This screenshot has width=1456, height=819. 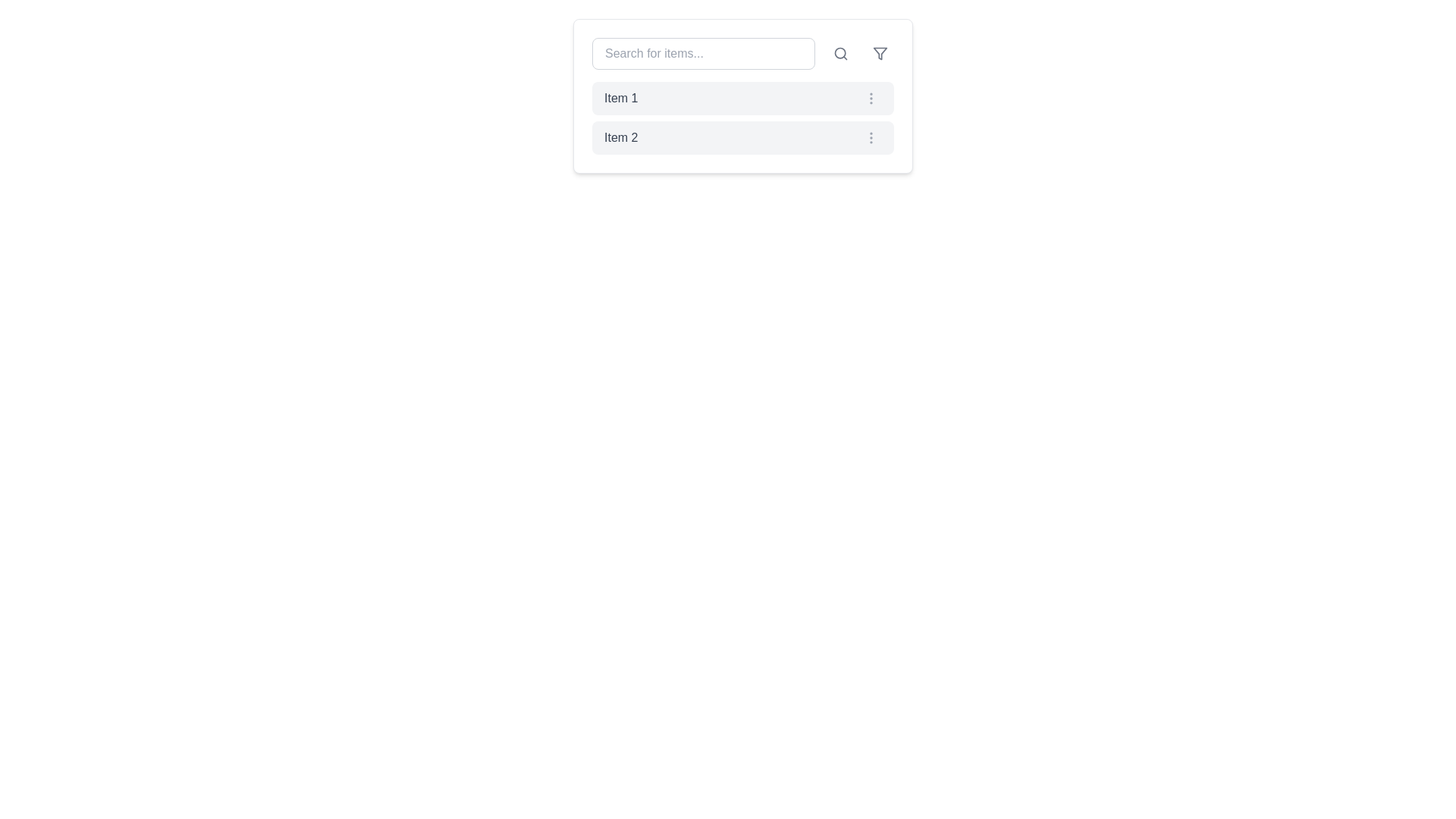 I want to click on the non-interactive Text Label that serves as the title for the first list item, located at the top of the list under the search bar, so click(x=621, y=99).